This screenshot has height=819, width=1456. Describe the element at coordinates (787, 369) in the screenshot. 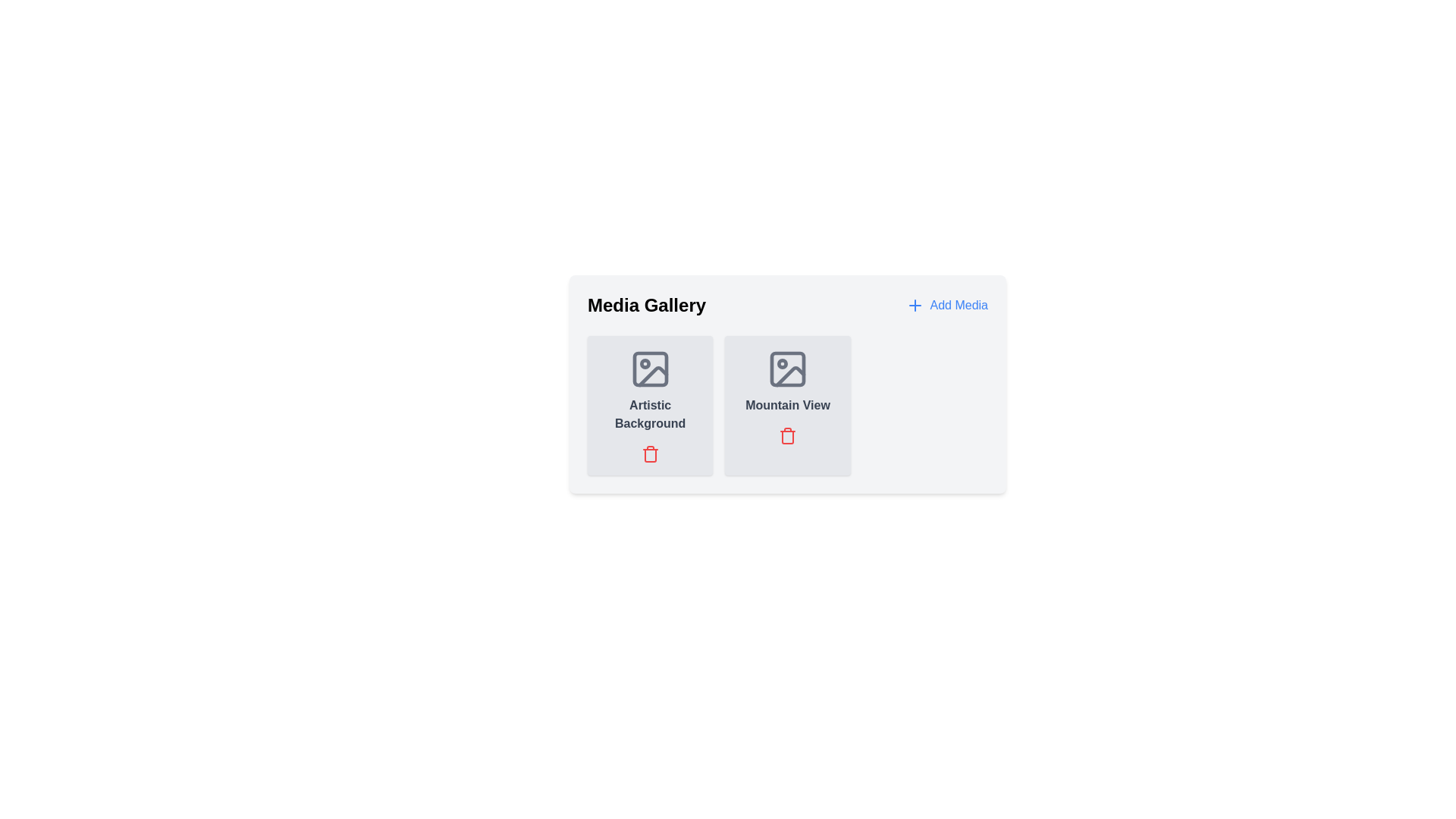

I see `the 'Mountain View' media item icon in the 'Media Gallery' section` at that location.